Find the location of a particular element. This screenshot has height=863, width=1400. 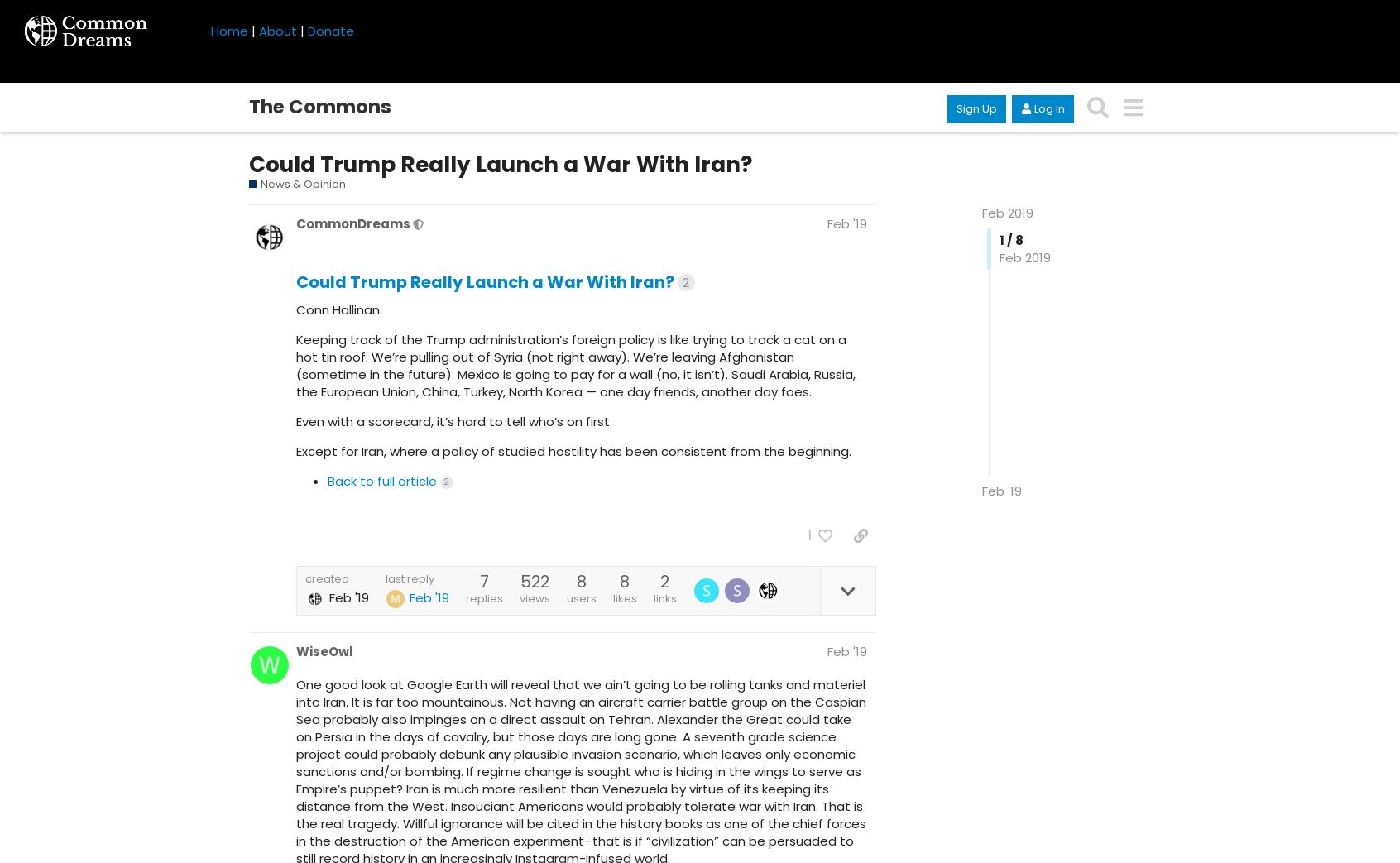

'users' is located at coordinates (581, 597).